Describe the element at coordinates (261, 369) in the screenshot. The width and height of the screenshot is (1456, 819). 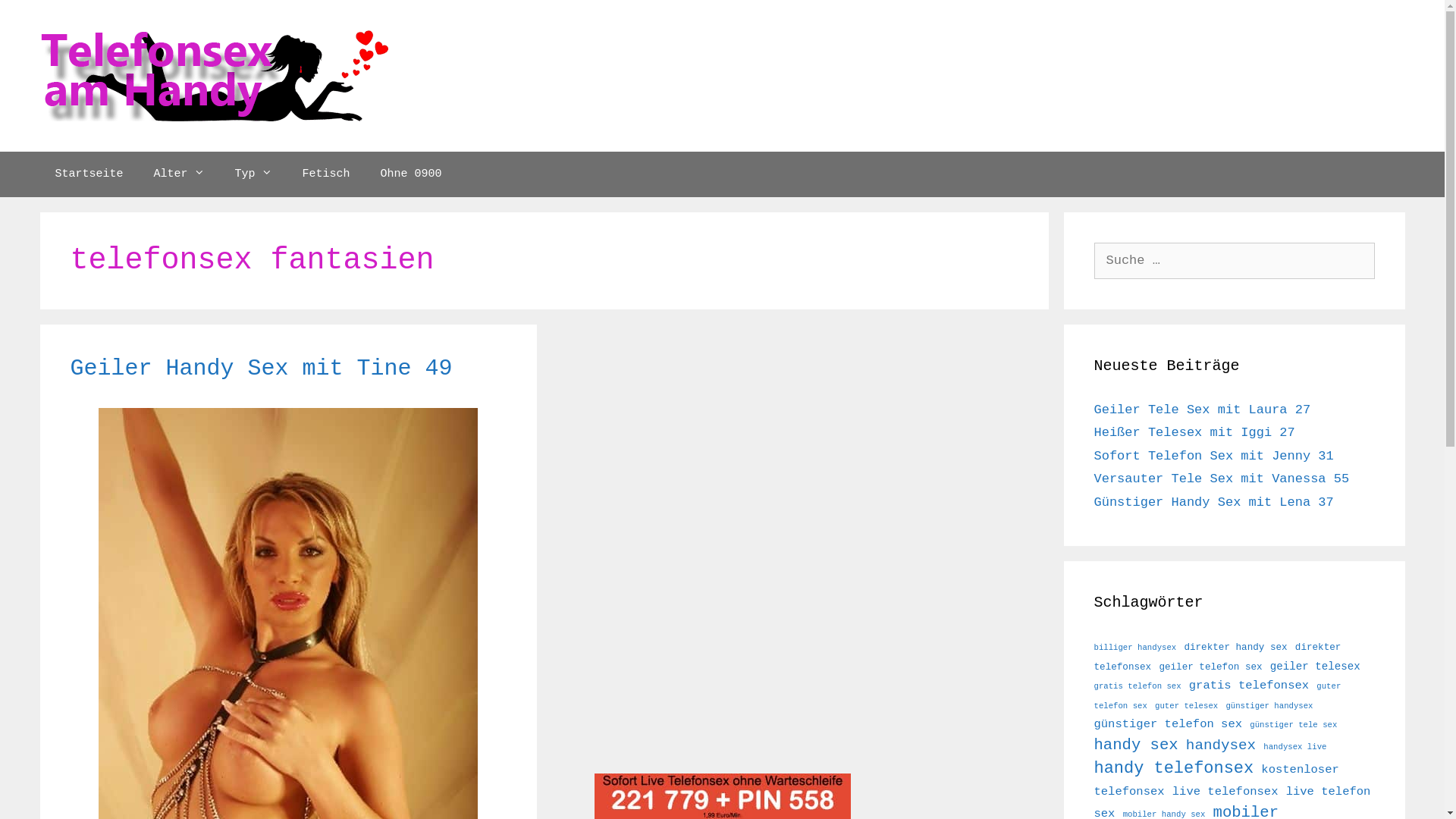
I see `'Geiler Handy Sex mit Tine 49'` at that location.